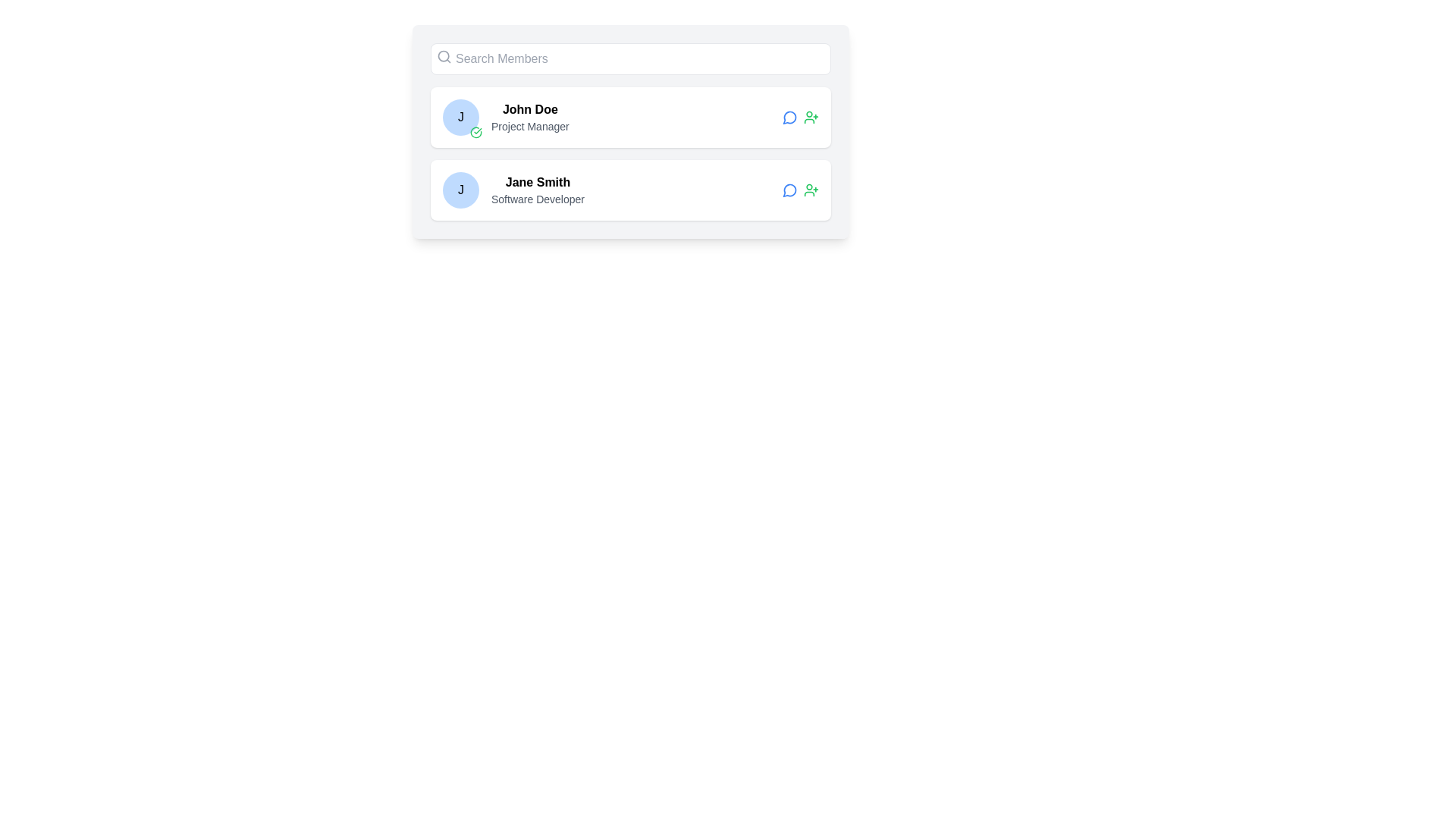 The width and height of the screenshot is (1456, 819). Describe the element at coordinates (811, 189) in the screenshot. I see `the 'user plus' icon next to Jane Smith's profile in the members' list` at that location.